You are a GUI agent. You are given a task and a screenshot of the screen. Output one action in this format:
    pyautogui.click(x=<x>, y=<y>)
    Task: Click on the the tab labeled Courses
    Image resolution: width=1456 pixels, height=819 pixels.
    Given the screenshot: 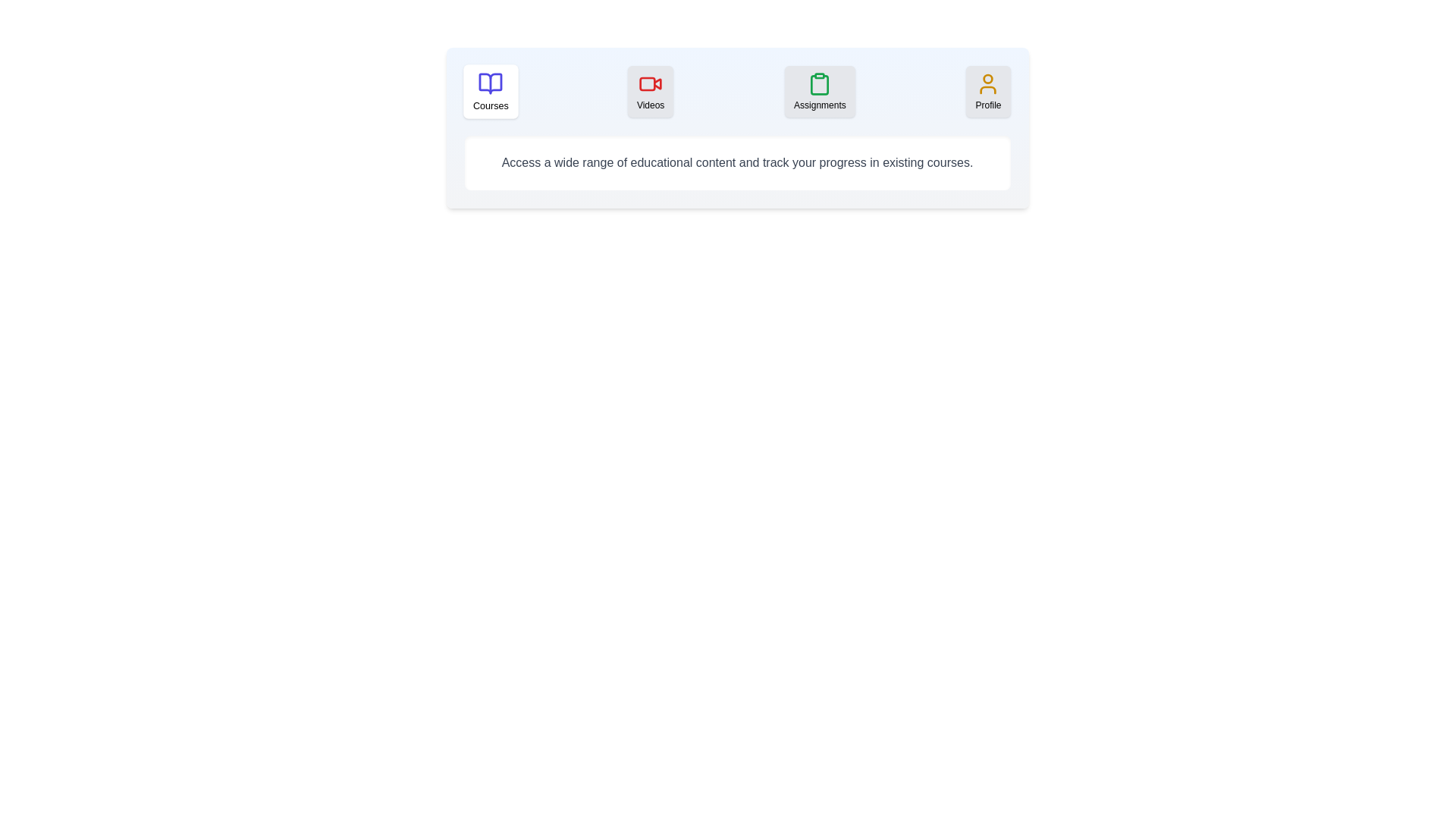 What is the action you would take?
    pyautogui.click(x=490, y=91)
    